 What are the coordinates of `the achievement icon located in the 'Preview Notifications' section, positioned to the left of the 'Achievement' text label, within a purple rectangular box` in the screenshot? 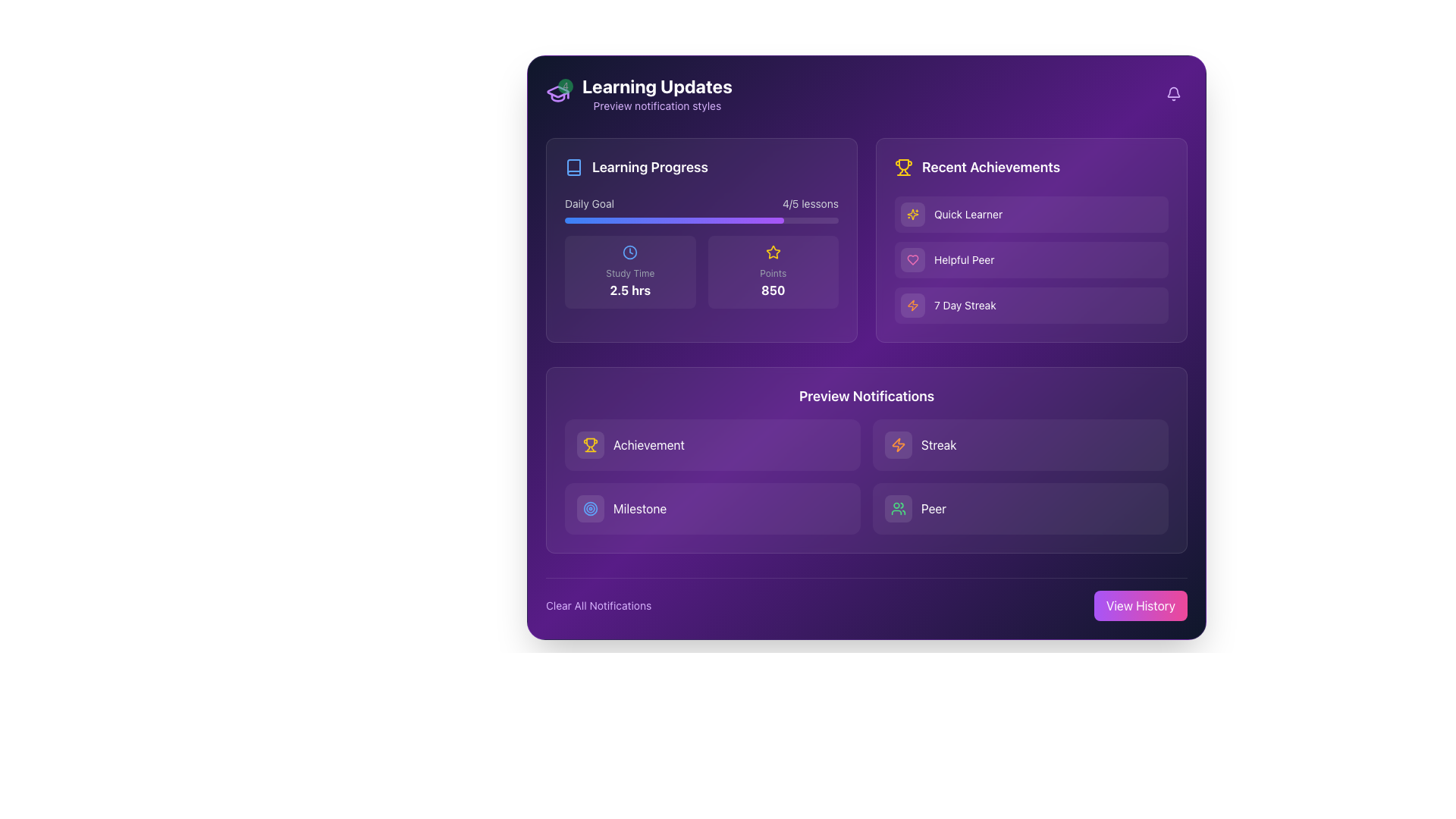 It's located at (589, 442).